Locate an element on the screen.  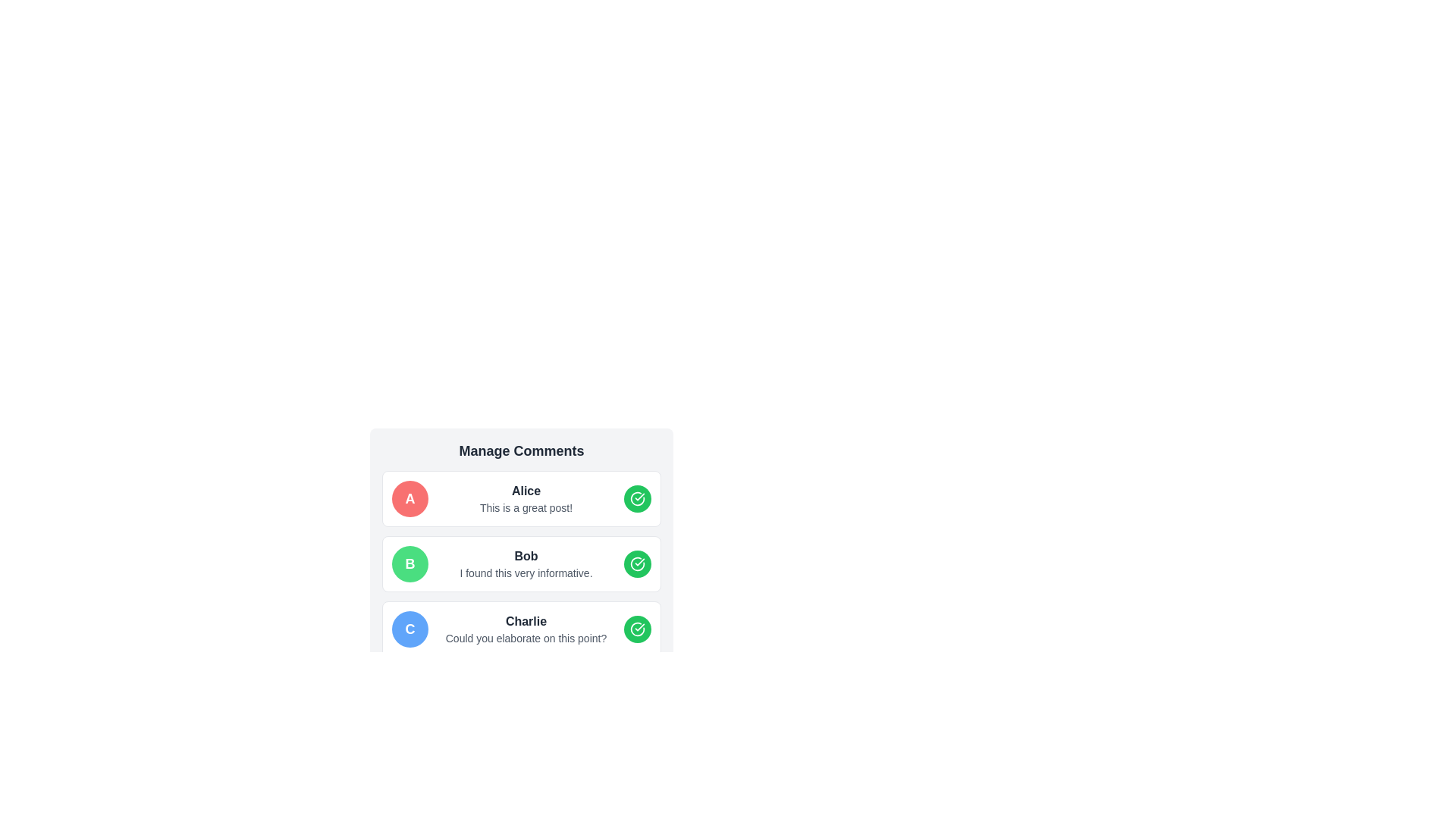
the icon button located in the first row of the comment list adjacent to 'Alice' is located at coordinates (637, 499).